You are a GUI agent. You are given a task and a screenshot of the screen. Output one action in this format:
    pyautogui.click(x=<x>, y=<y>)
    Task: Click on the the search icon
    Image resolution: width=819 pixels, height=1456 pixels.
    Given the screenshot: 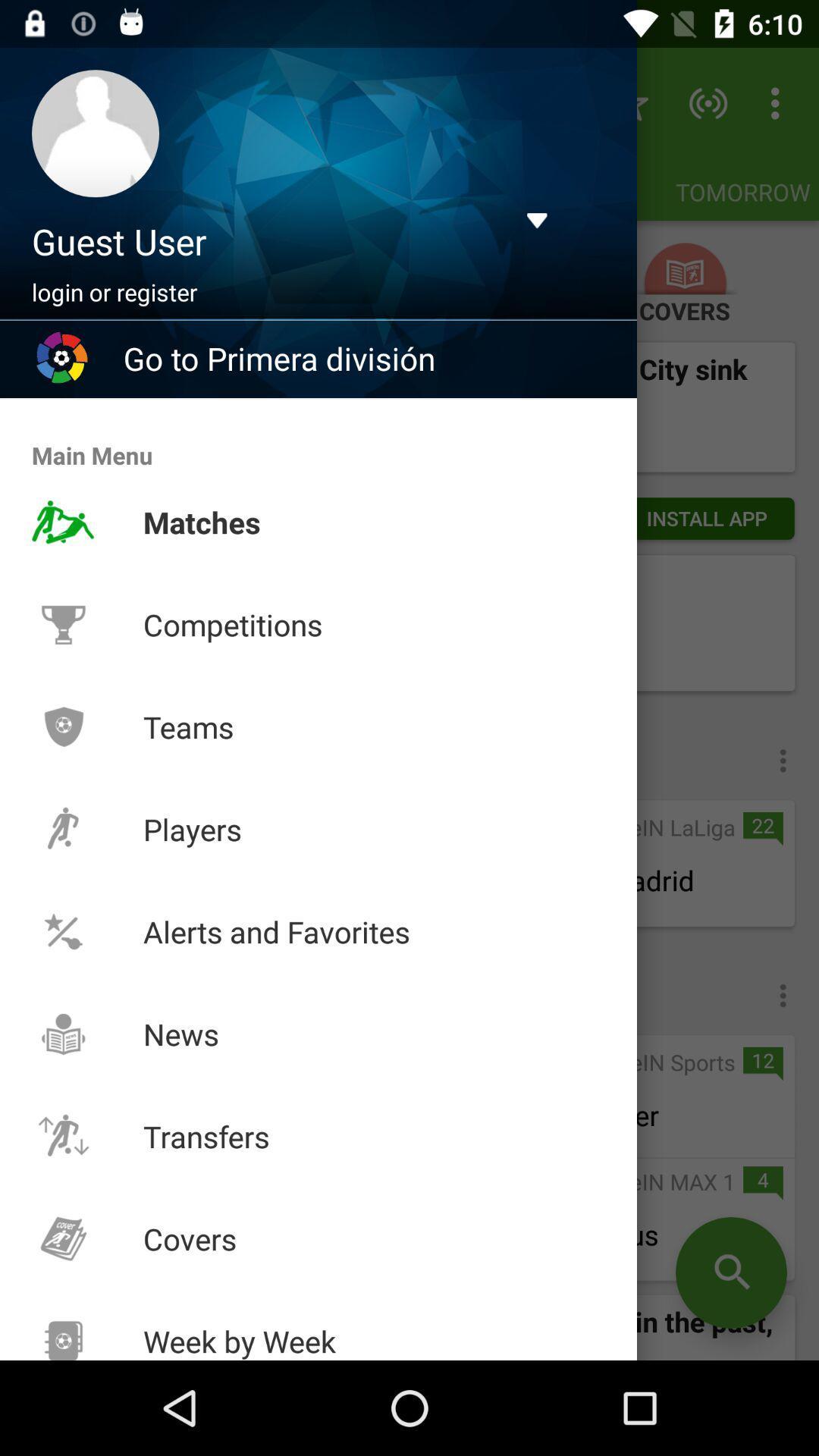 What is the action you would take?
    pyautogui.click(x=730, y=1272)
    